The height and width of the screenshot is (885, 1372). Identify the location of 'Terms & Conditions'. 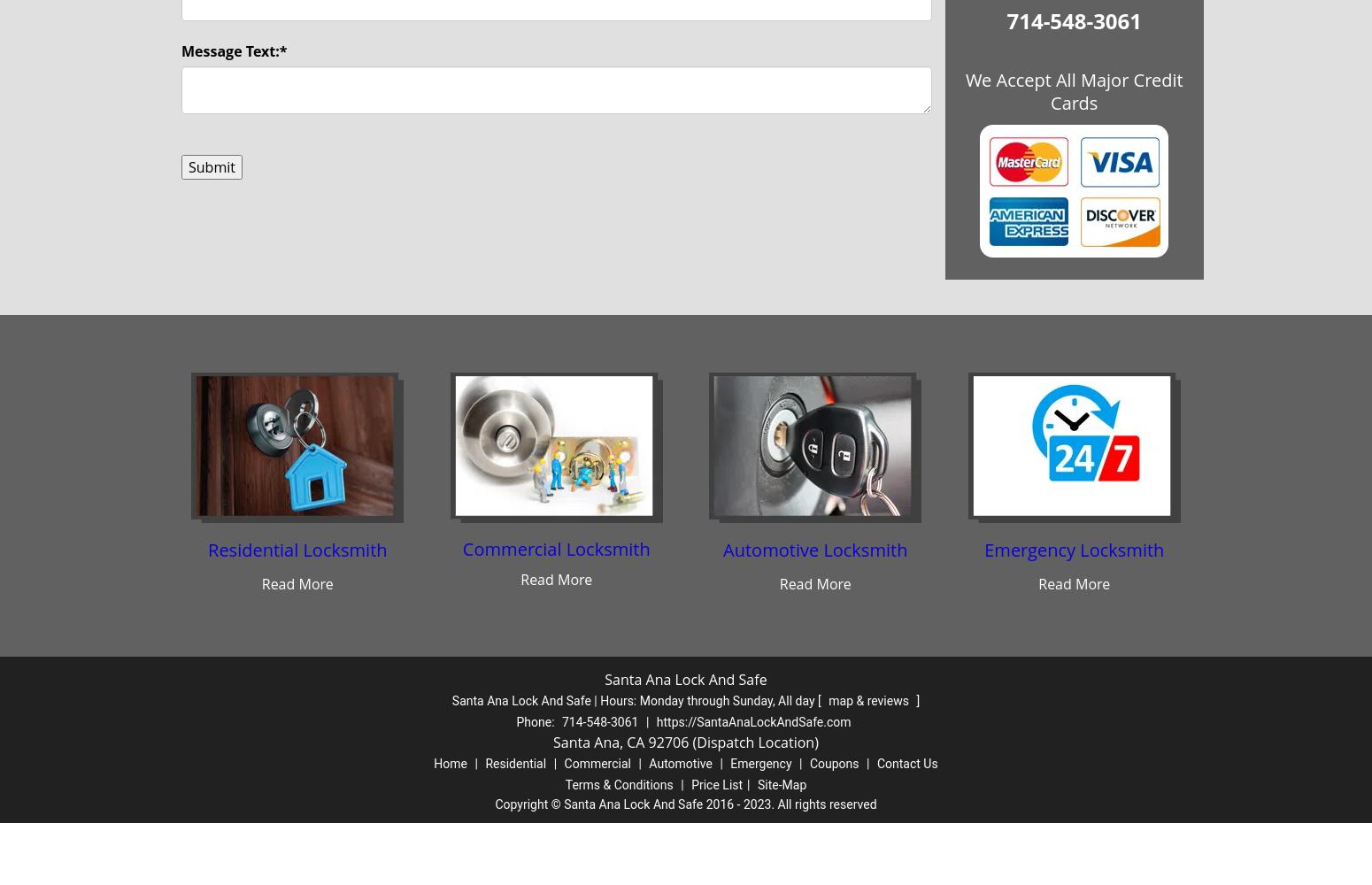
(619, 785).